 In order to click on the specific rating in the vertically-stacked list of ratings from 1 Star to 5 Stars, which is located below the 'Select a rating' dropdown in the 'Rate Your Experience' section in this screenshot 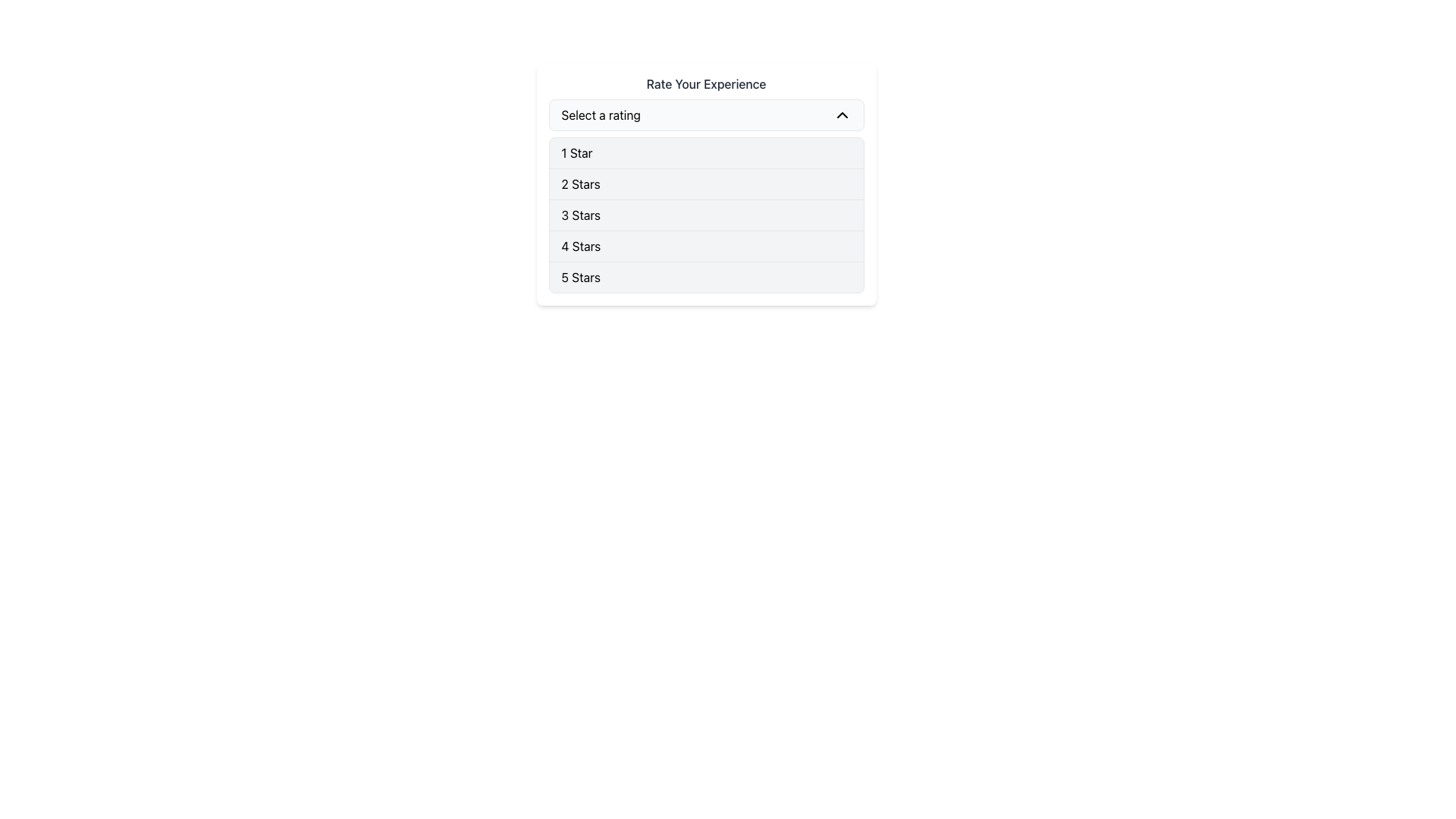, I will do `click(705, 215)`.